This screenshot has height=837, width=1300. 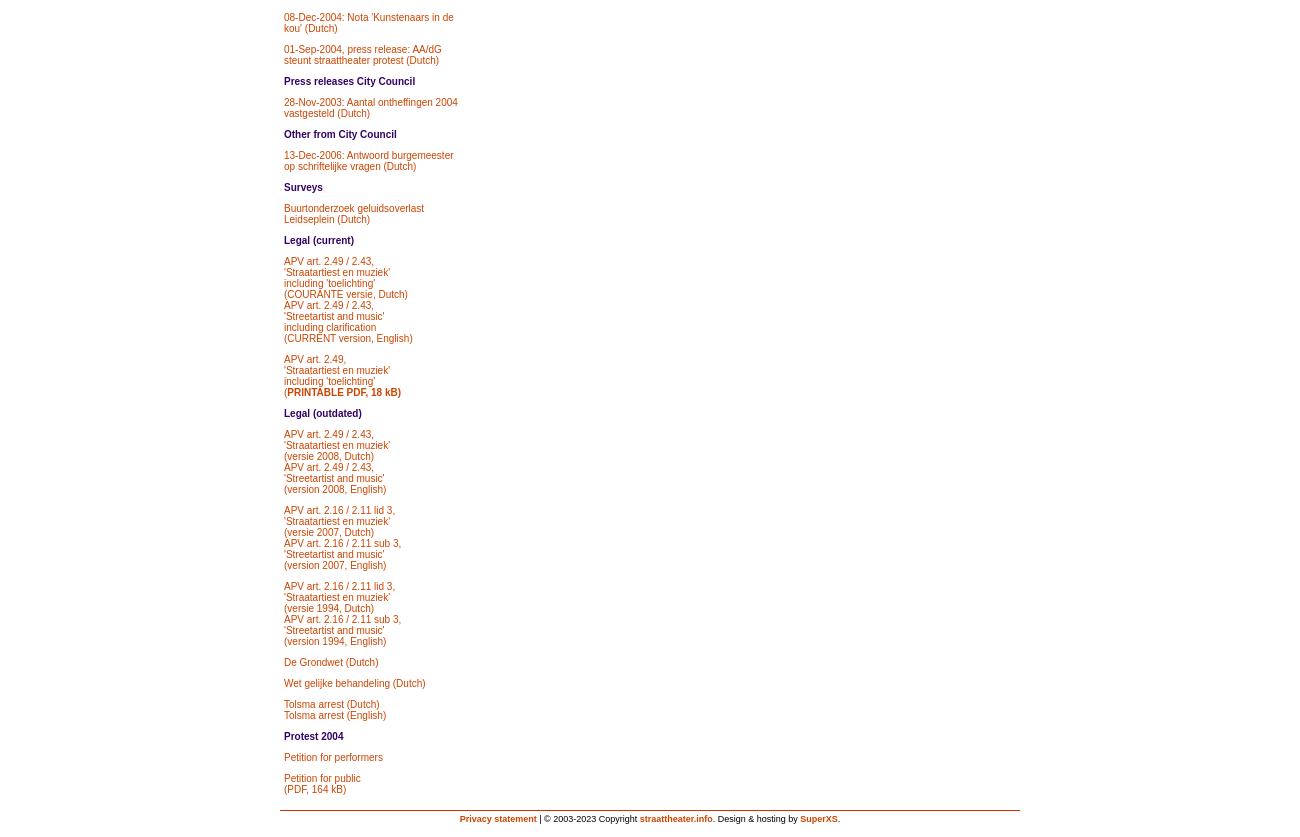 What do you see at coordinates (330, 703) in the screenshot?
I see `'Tolsma arrest (Dutch)'` at bounding box center [330, 703].